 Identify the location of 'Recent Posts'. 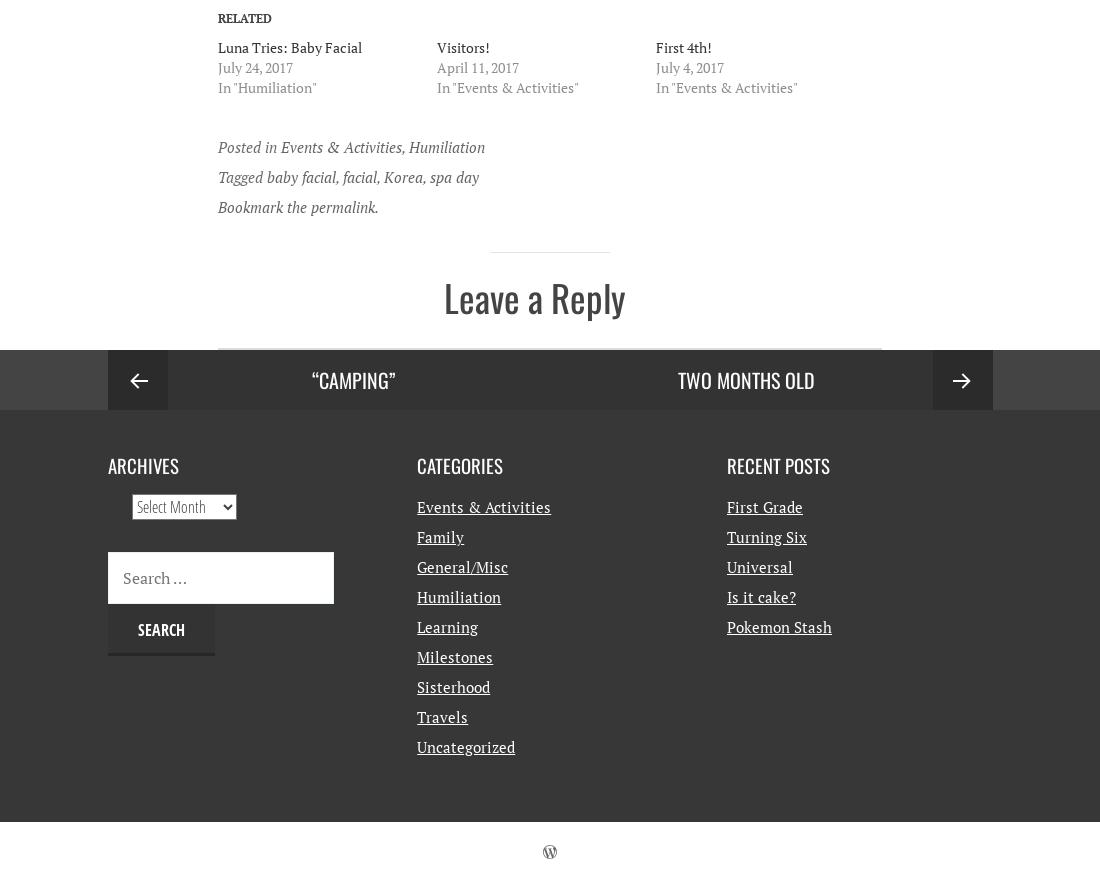
(778, 464).